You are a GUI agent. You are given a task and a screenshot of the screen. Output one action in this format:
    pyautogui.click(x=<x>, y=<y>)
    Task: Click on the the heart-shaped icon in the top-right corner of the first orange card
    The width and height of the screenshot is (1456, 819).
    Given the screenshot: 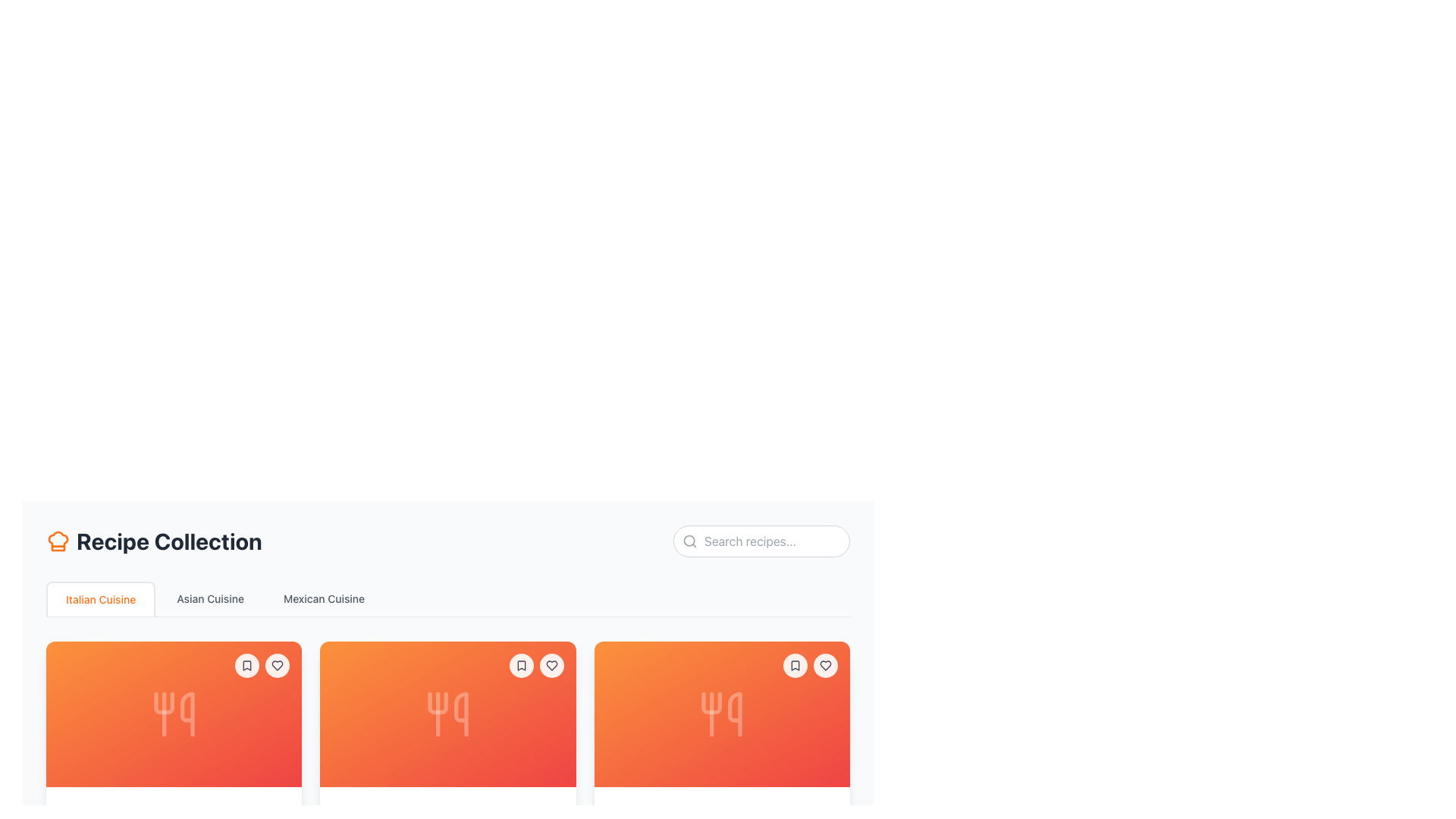 What is the action you would take?
    pyautogui.click(x=278, y=665)
    